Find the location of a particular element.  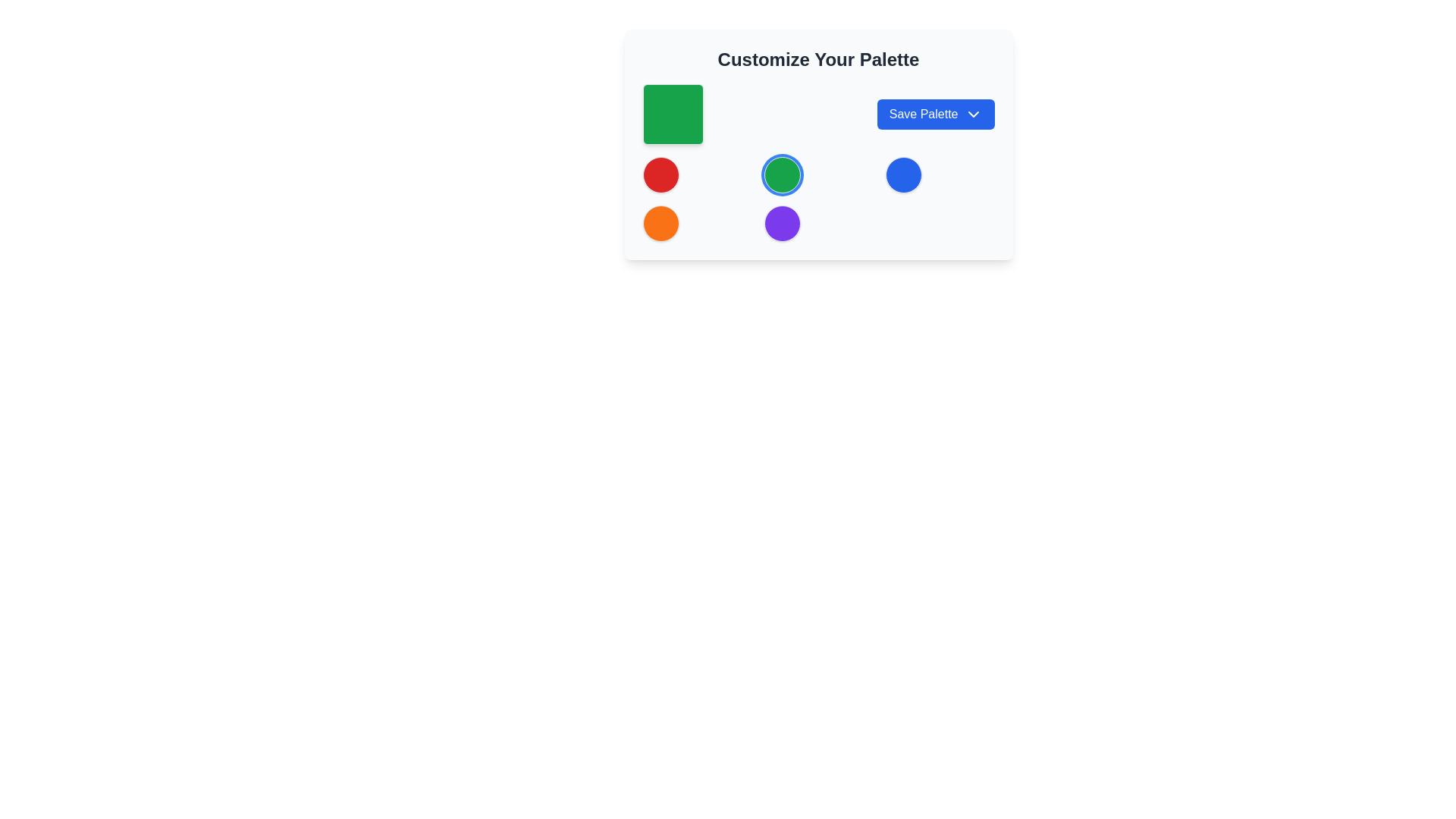

the circular purple button located in the bottom row and middle column of the grid layout is located at coordinates (782, 223).